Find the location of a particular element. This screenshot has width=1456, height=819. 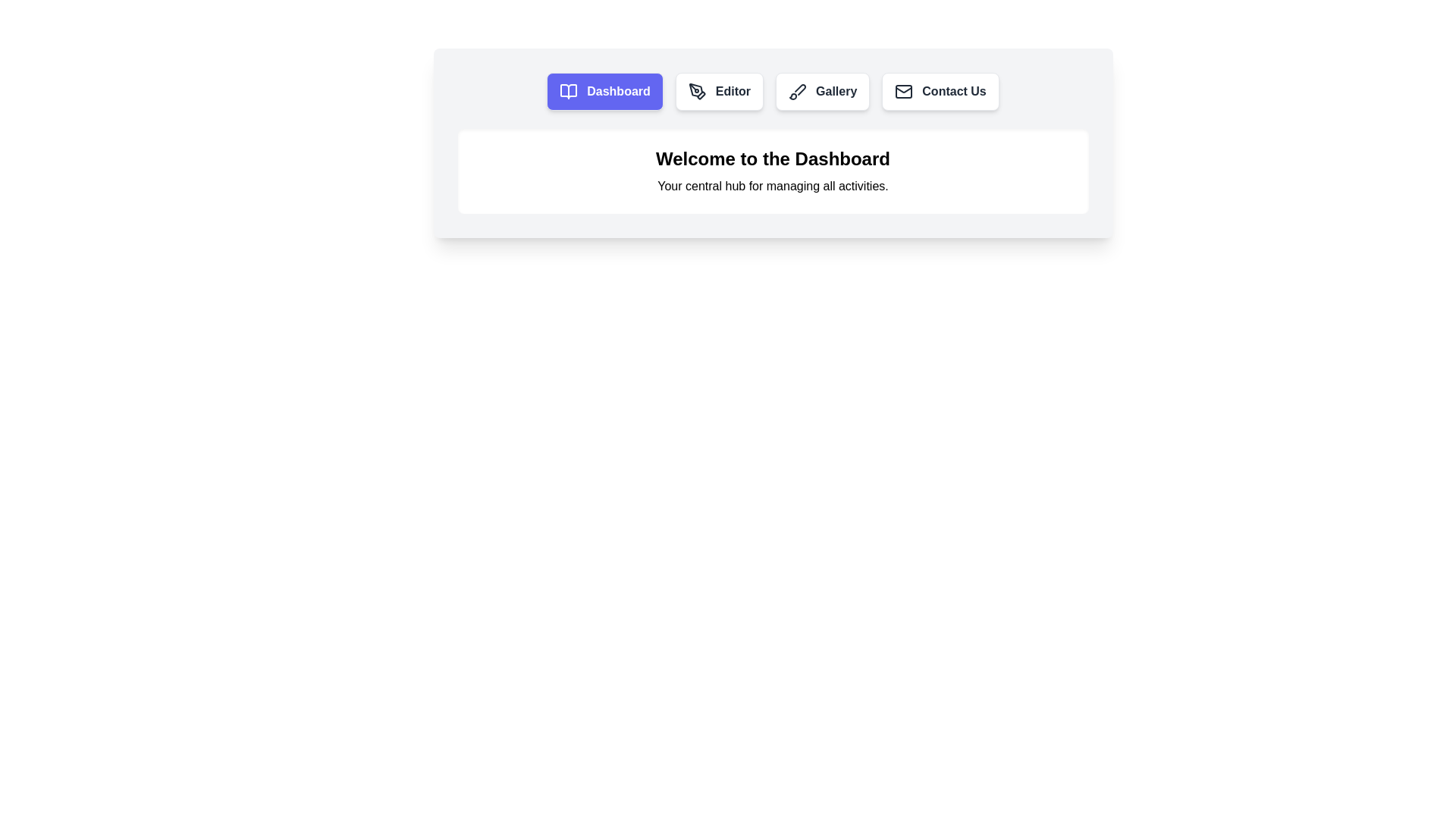

text label within the first button in the navigation bar, which likely navigates to the Dashboard page is located at coordinates (619, 91).